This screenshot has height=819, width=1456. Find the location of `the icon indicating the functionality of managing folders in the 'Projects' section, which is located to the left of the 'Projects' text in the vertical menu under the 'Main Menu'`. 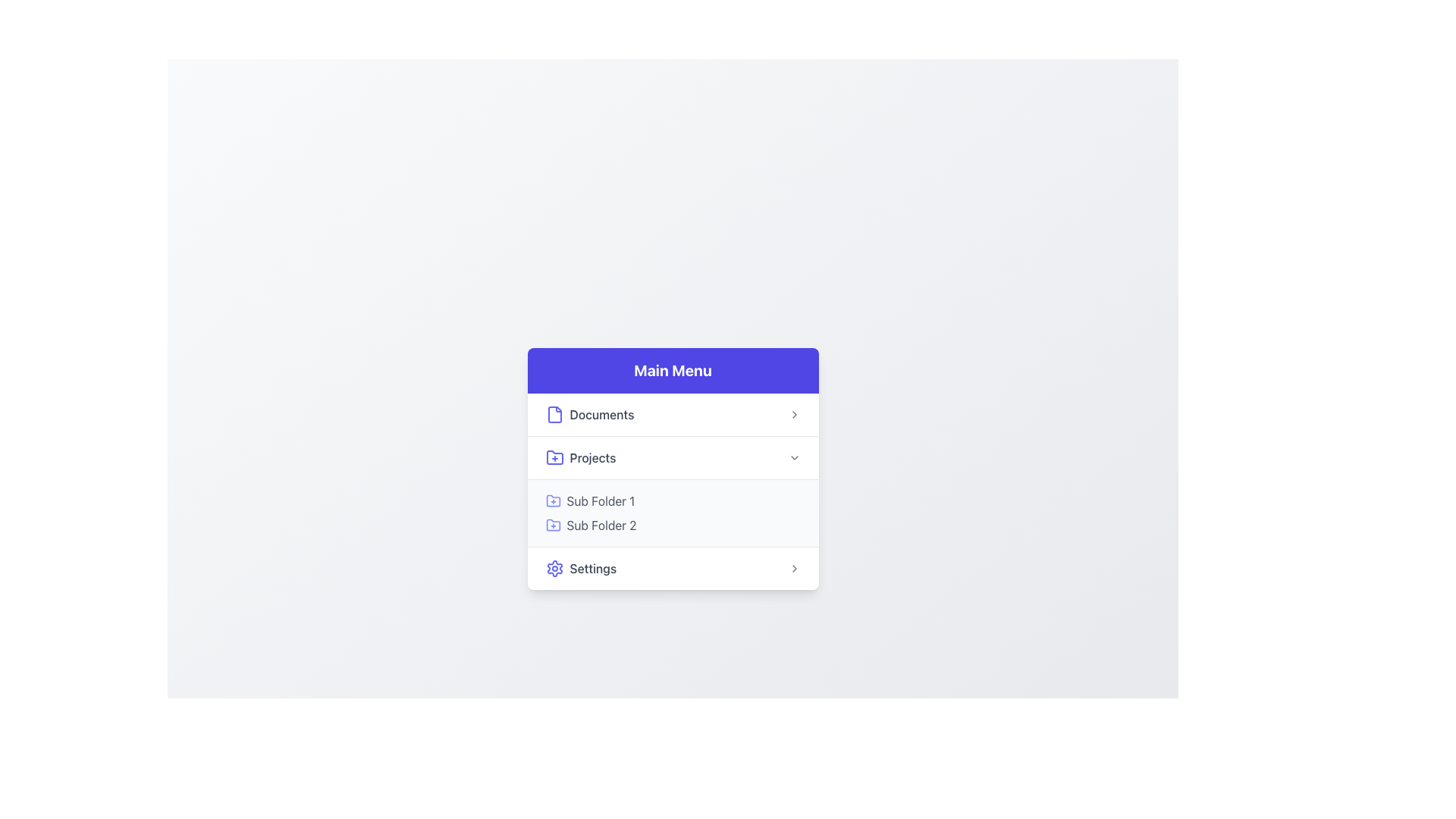

the icon indicating the functionality of managing folders in the 'Projects' section, which is located to the left of the 'Projects' text in the vertical menu under the 'Main Menu' is located at coordinates (554, 457).